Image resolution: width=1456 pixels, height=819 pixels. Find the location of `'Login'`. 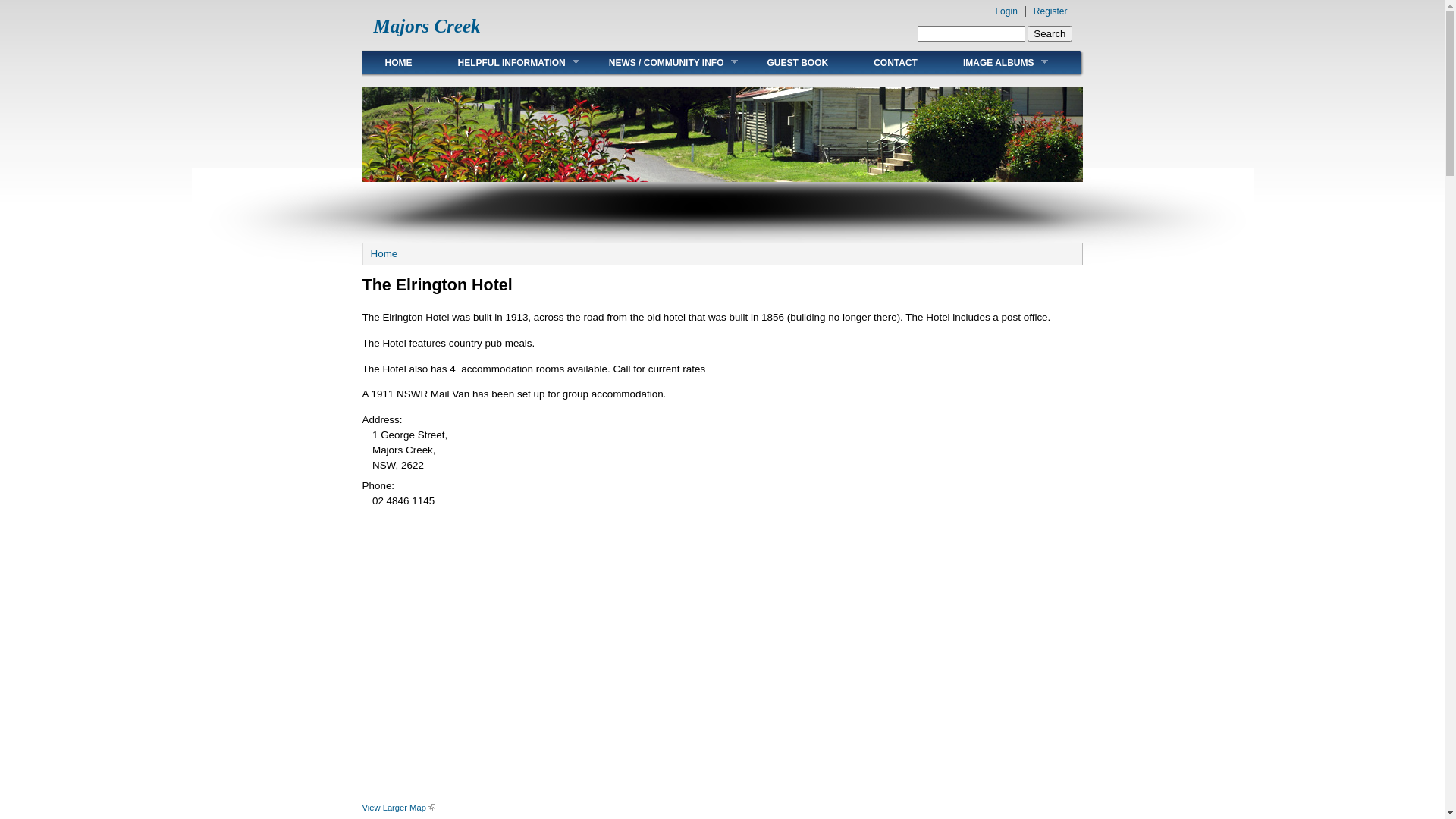

'Login' is located at coordinates (1006, 11).